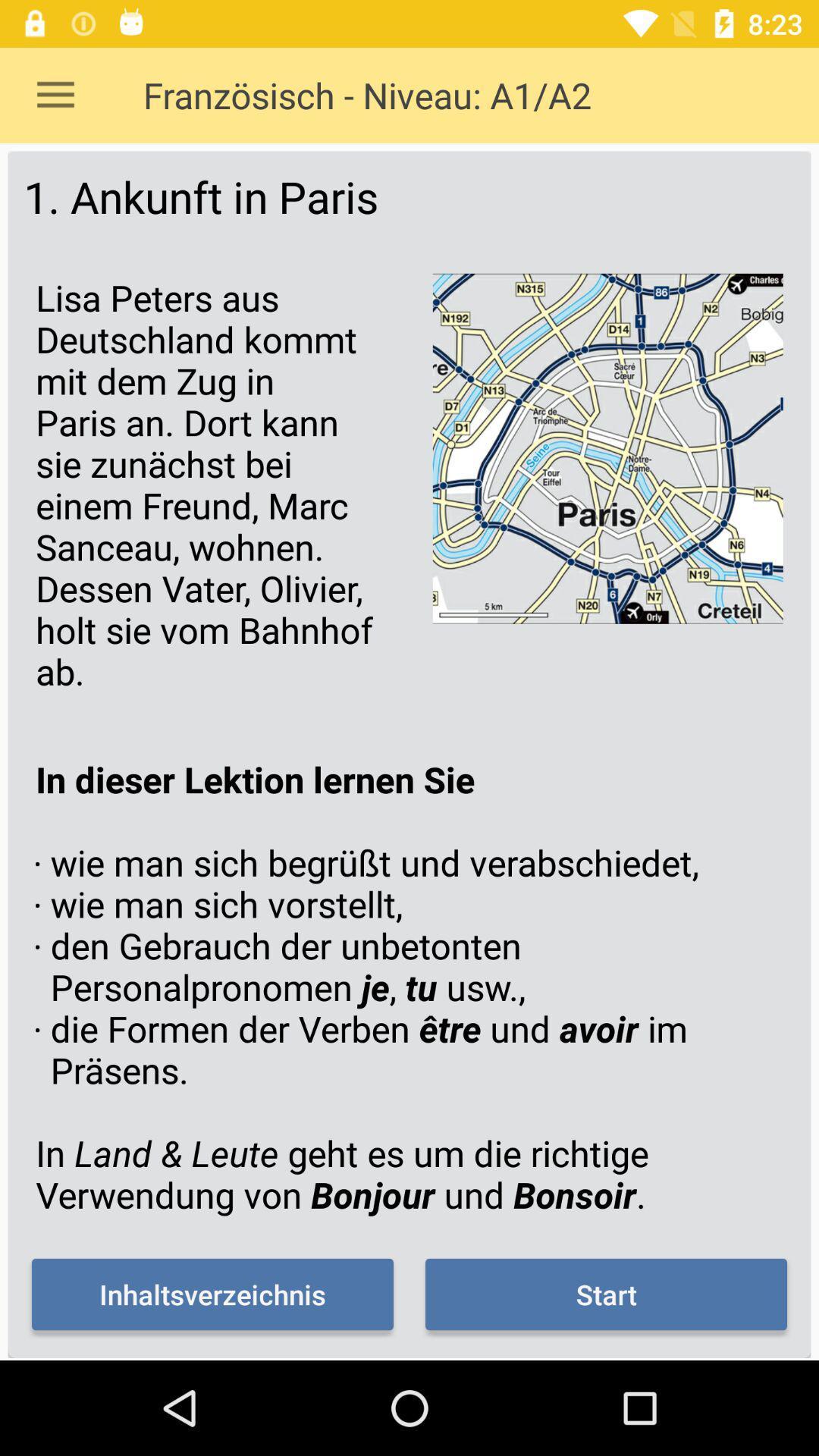 This screenshot has height=1456, width=819. What do you see at coordinates (212, 1294) in the screenshot?
I see `the icon to the left of start icon` at bounding box center [212, 1294].